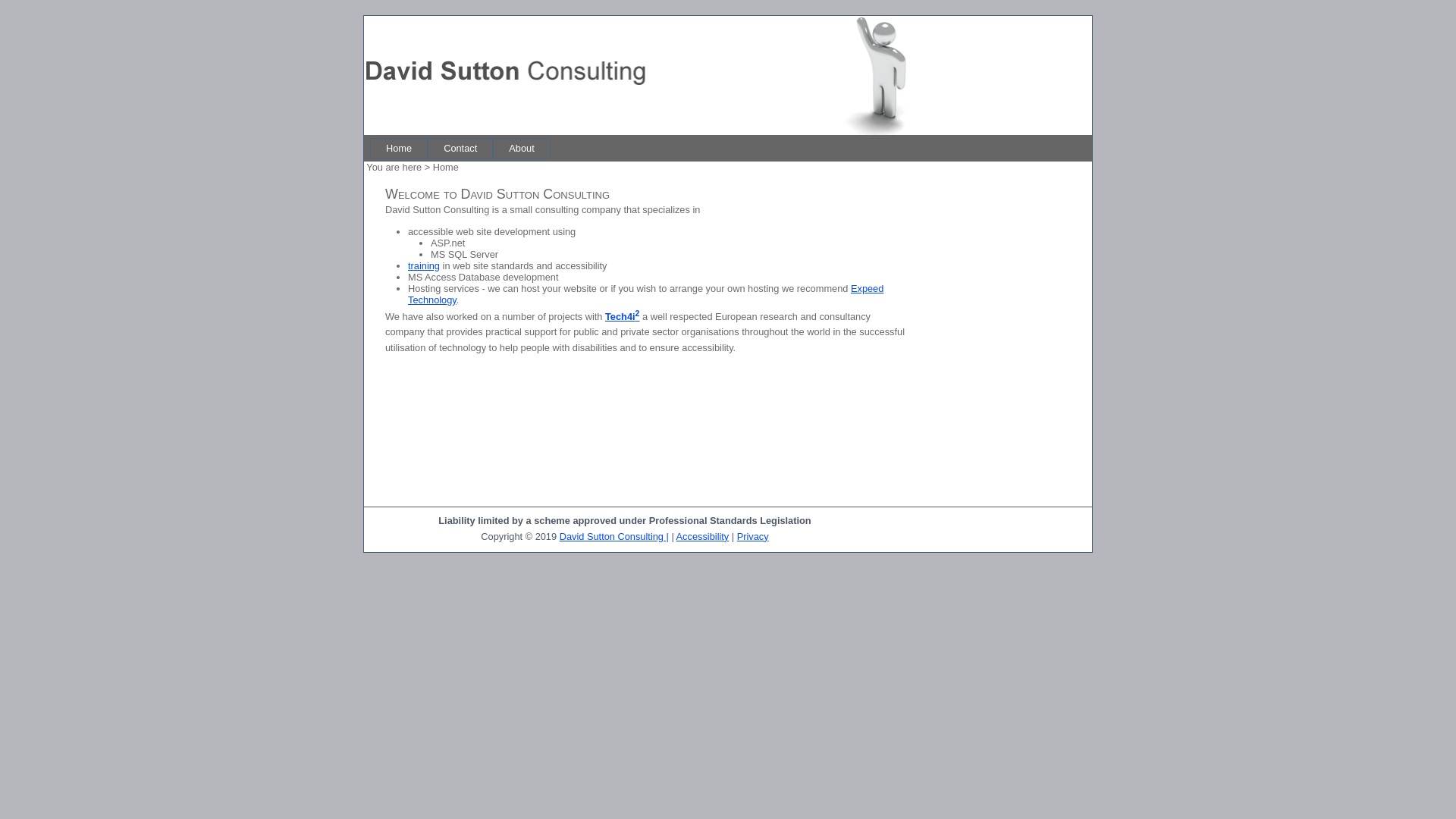 The image size is (1456, 819). I want to click on 'Privacy', so click(753, 535).